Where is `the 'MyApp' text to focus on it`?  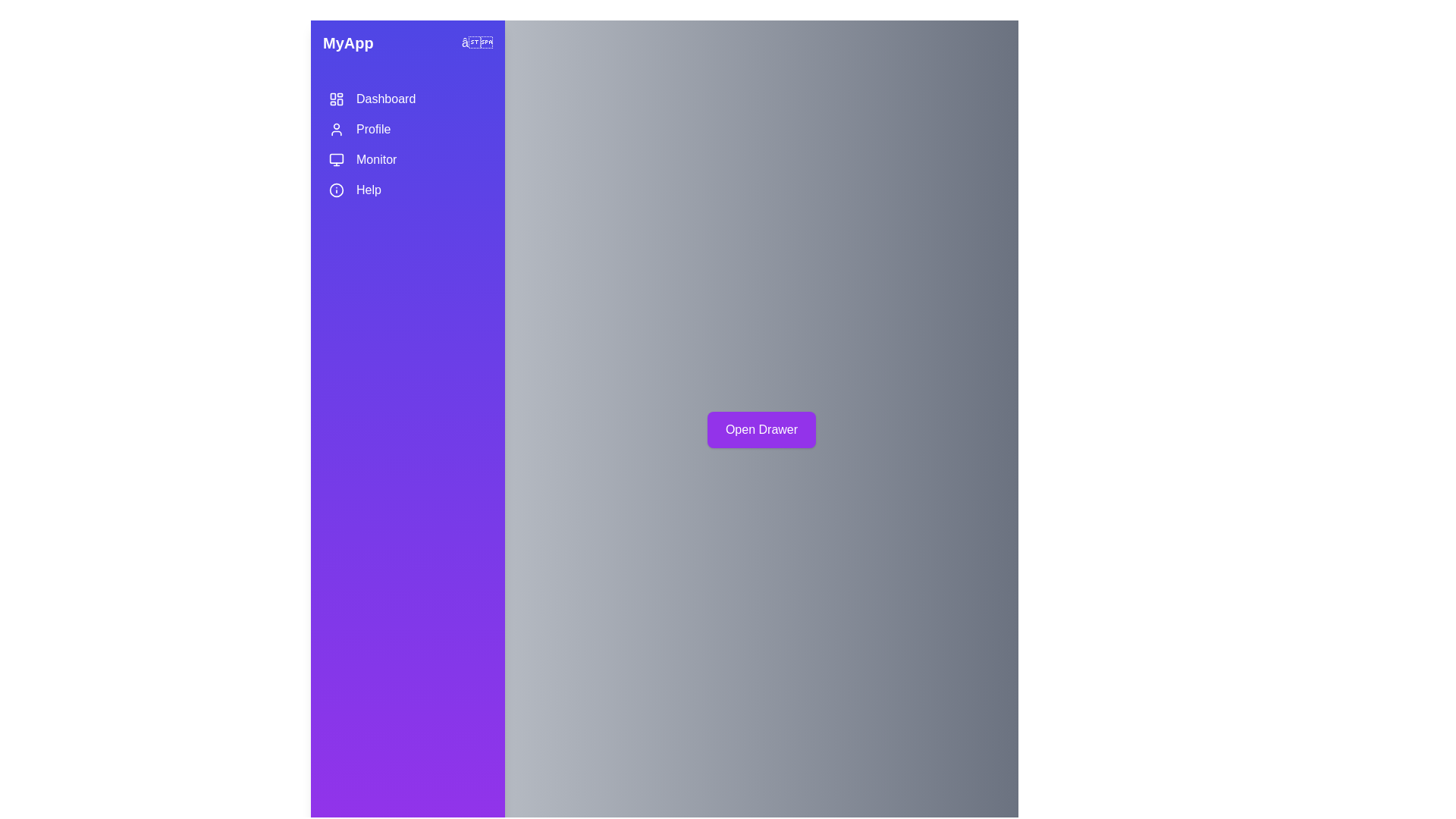
the 'MyApp' text to focus on it is located at coordinates (347, 42).